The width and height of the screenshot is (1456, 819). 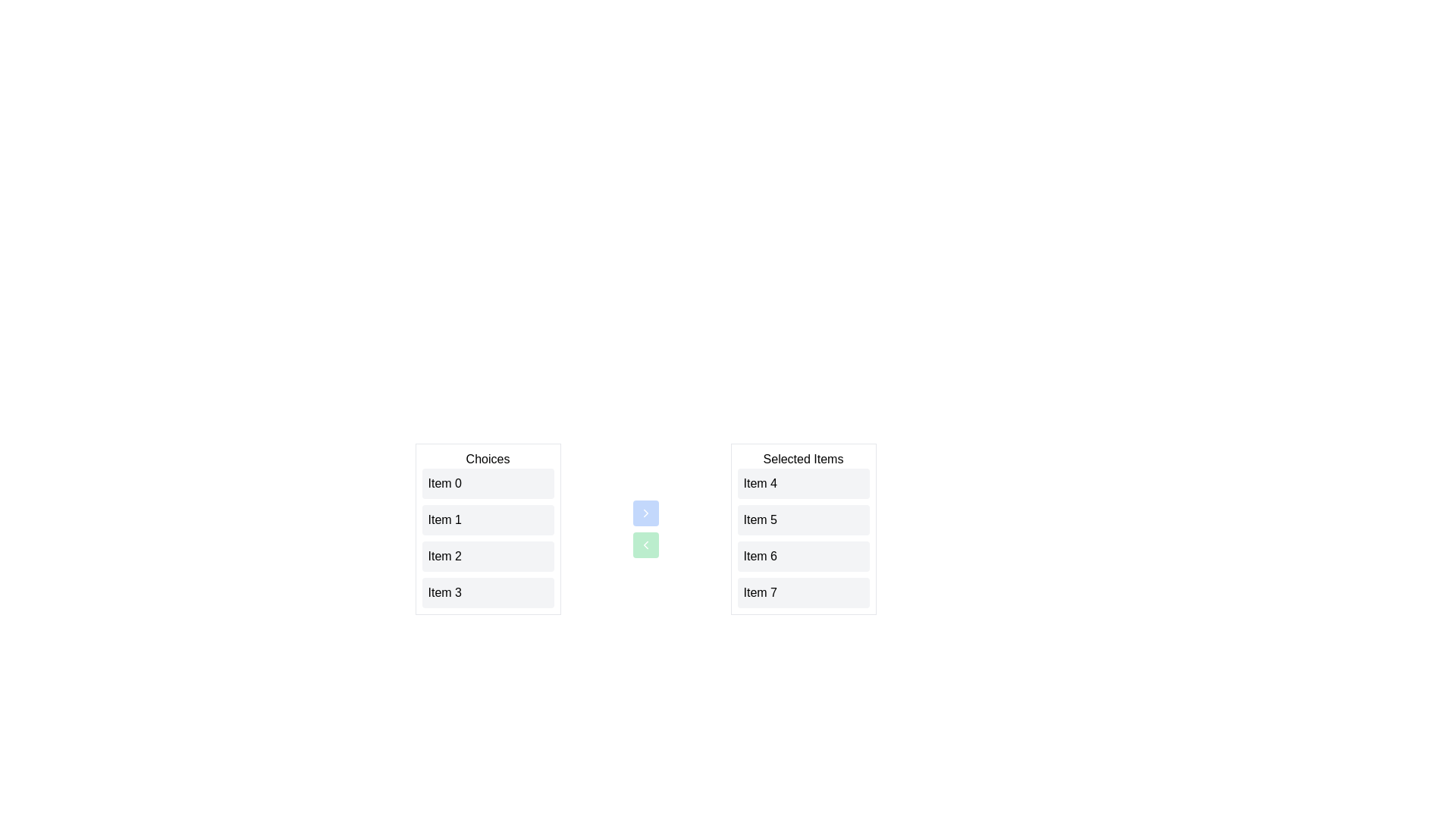 I want to click on the text label displaying 'Item 5', which is the second label in the list under 'Selected Items', positioned between 'Item 4' and 'Item 6', so click(x=760, y=519).